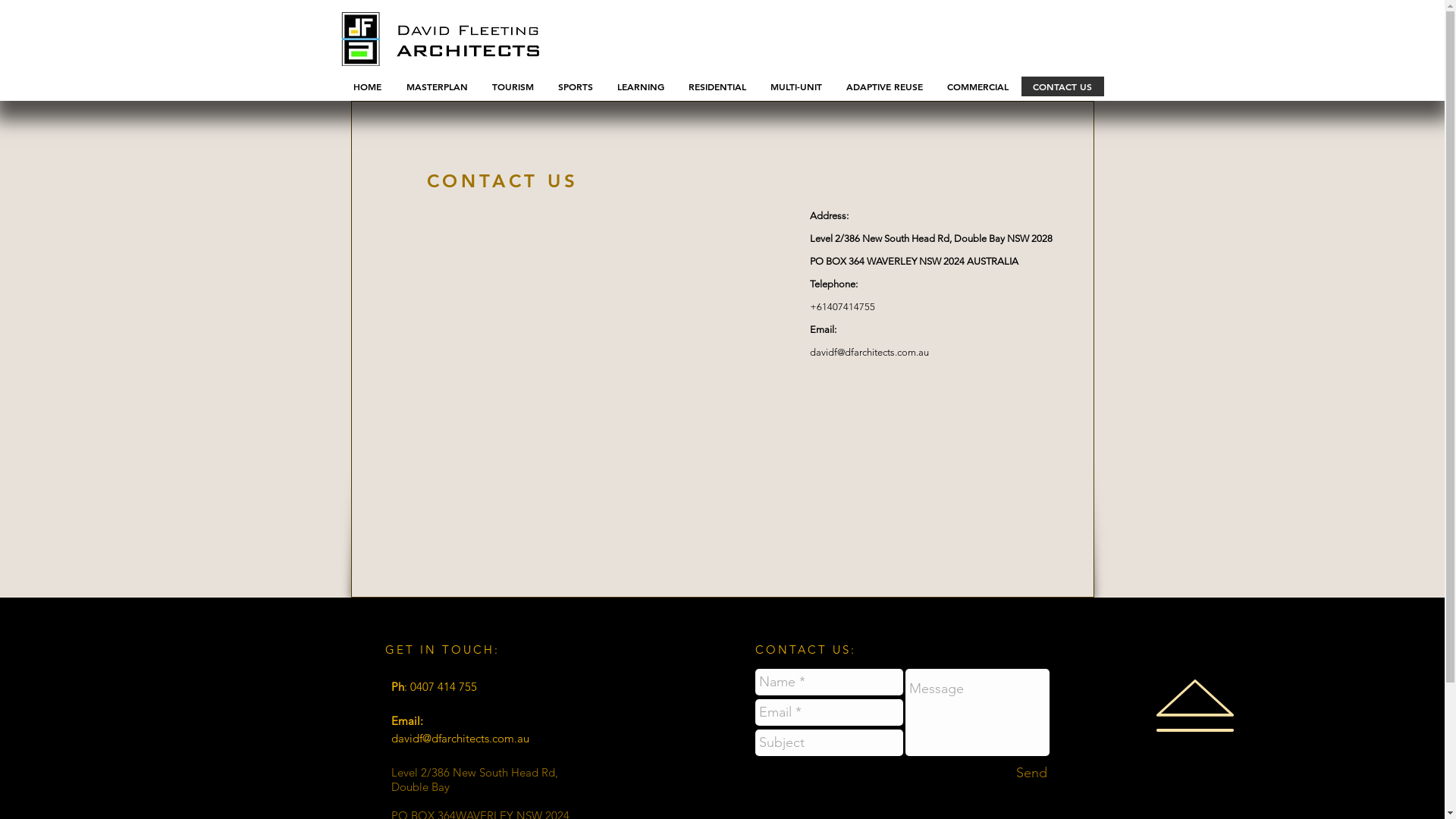 This screenshot has height=819, width=1456. What do you see at coordinates (1031, 773) in the screenshot?
I see `'Send'` at bounding box center [1031, 773].